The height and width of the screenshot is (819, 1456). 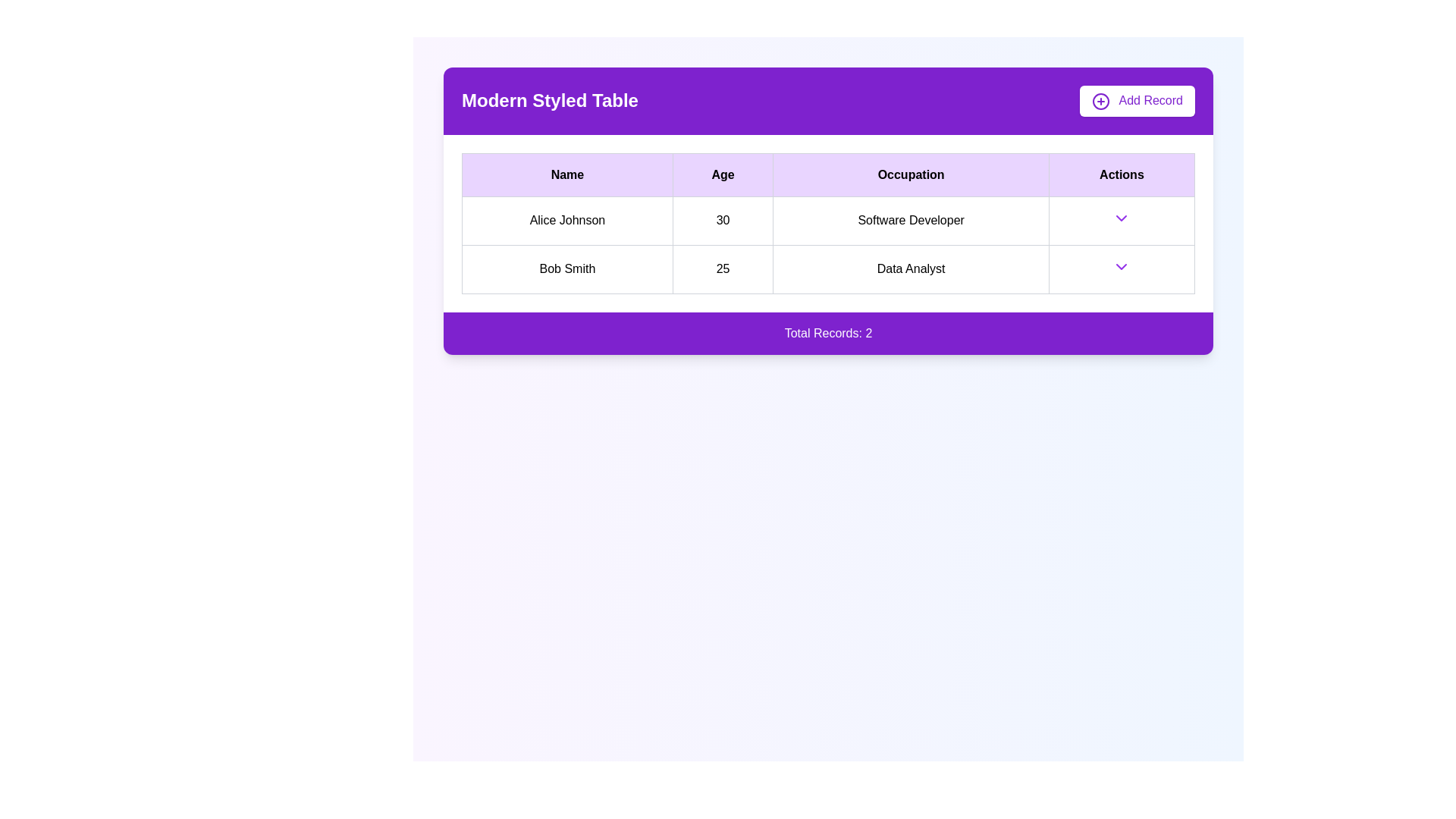 What do you see at coordinates (722, 268) in the screenshot?
I see `the static text display showing the number '25' in the second row and second column of the table, located under the 'Age' column and associated with 'Bob Smith'` at bounding box center [722, 268].